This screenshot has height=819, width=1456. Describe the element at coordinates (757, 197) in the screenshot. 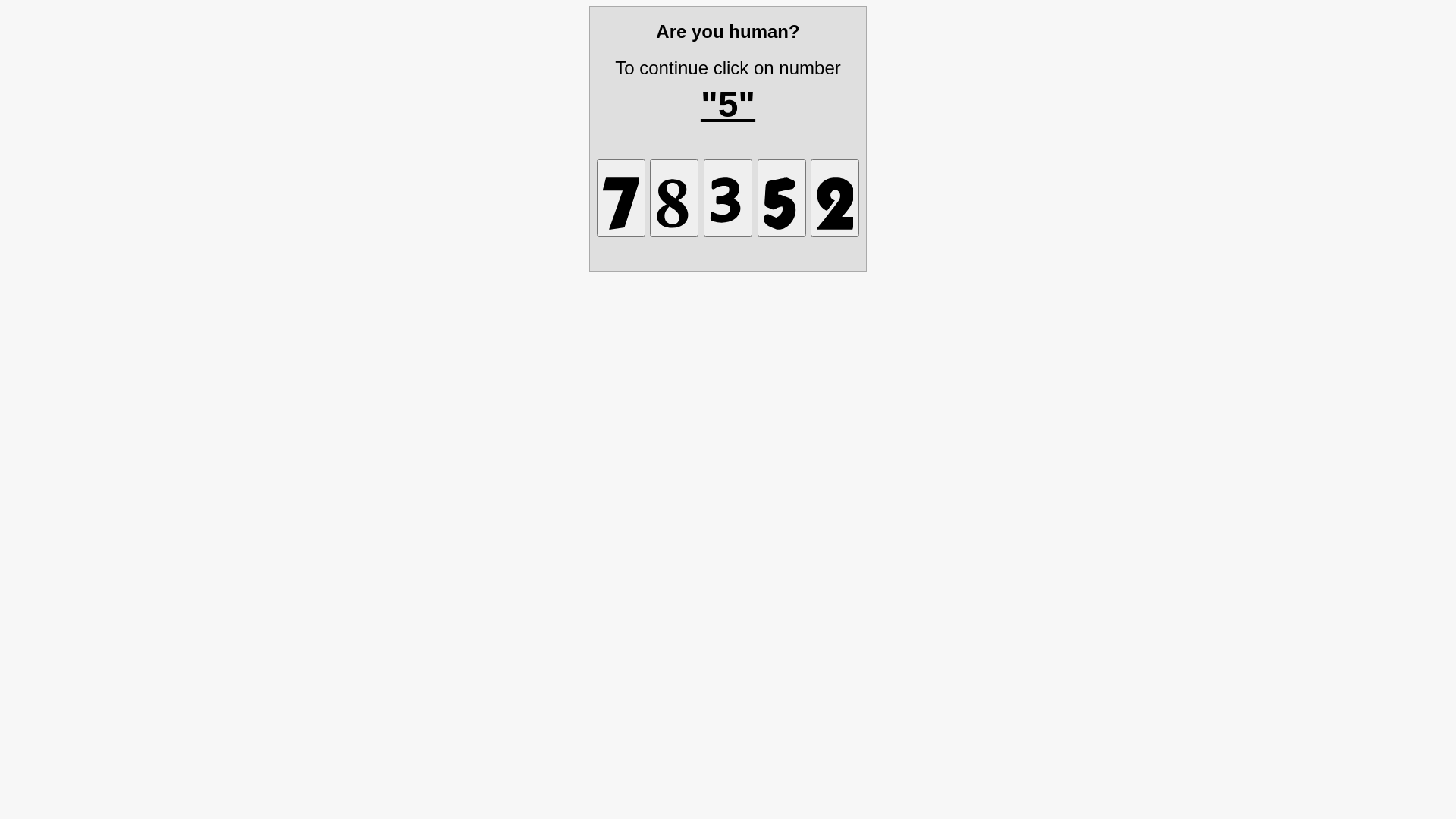

I see `'1732440132366331'` at that location.